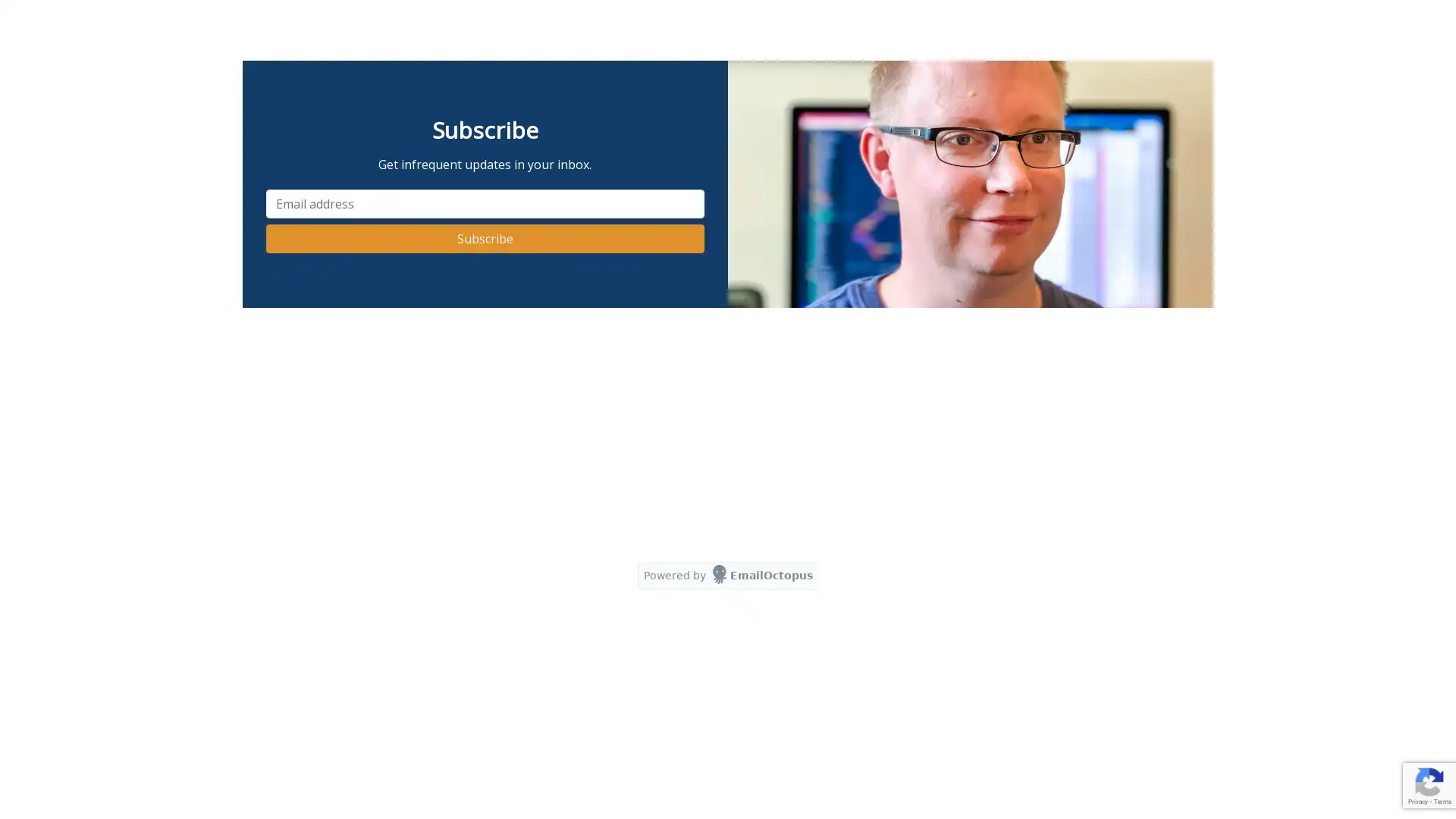 The height and width of the screenshot is (819, 1456). I want to click on Subscribe, so click(483, 239).